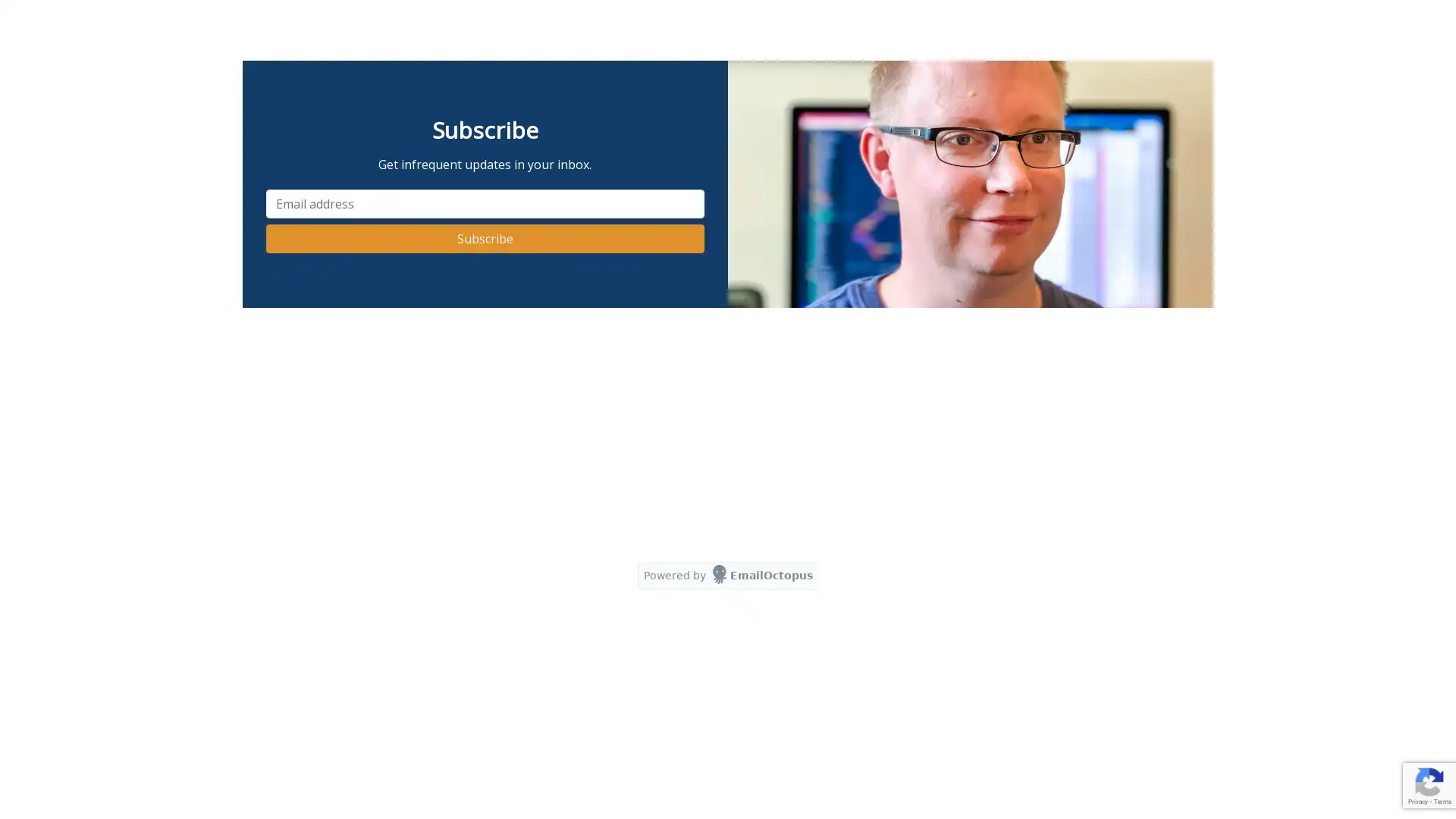 The height and width of the screenshot is (819, 1456). I want to click on Subscribe, so click(483, 239).